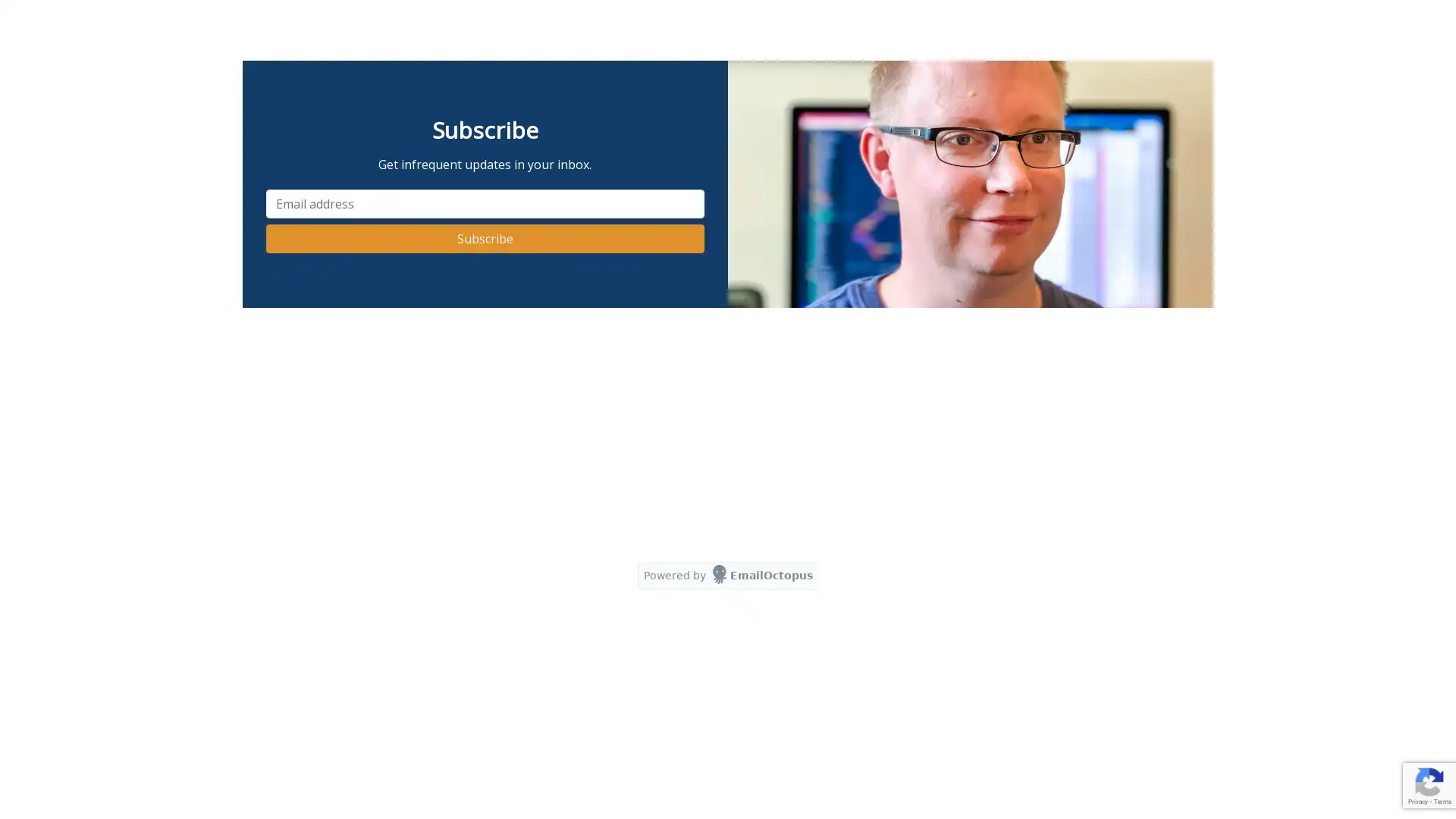 The height and width of the screenshot is (819, 1456). I want to click on Subscribe, so click(483, 239).